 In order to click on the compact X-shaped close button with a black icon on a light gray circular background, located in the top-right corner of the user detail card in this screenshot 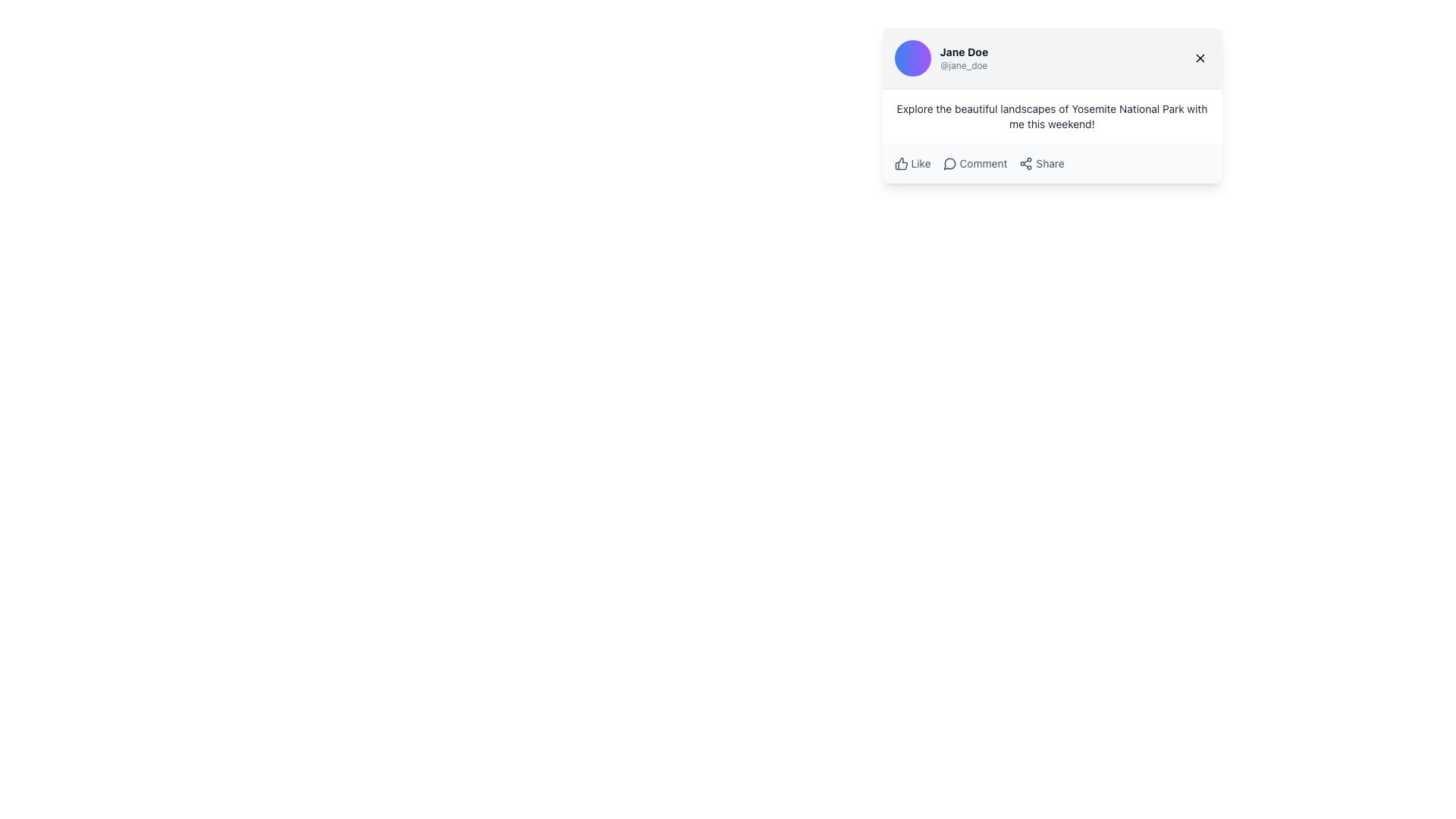, I will do `click(1199, 58)`.